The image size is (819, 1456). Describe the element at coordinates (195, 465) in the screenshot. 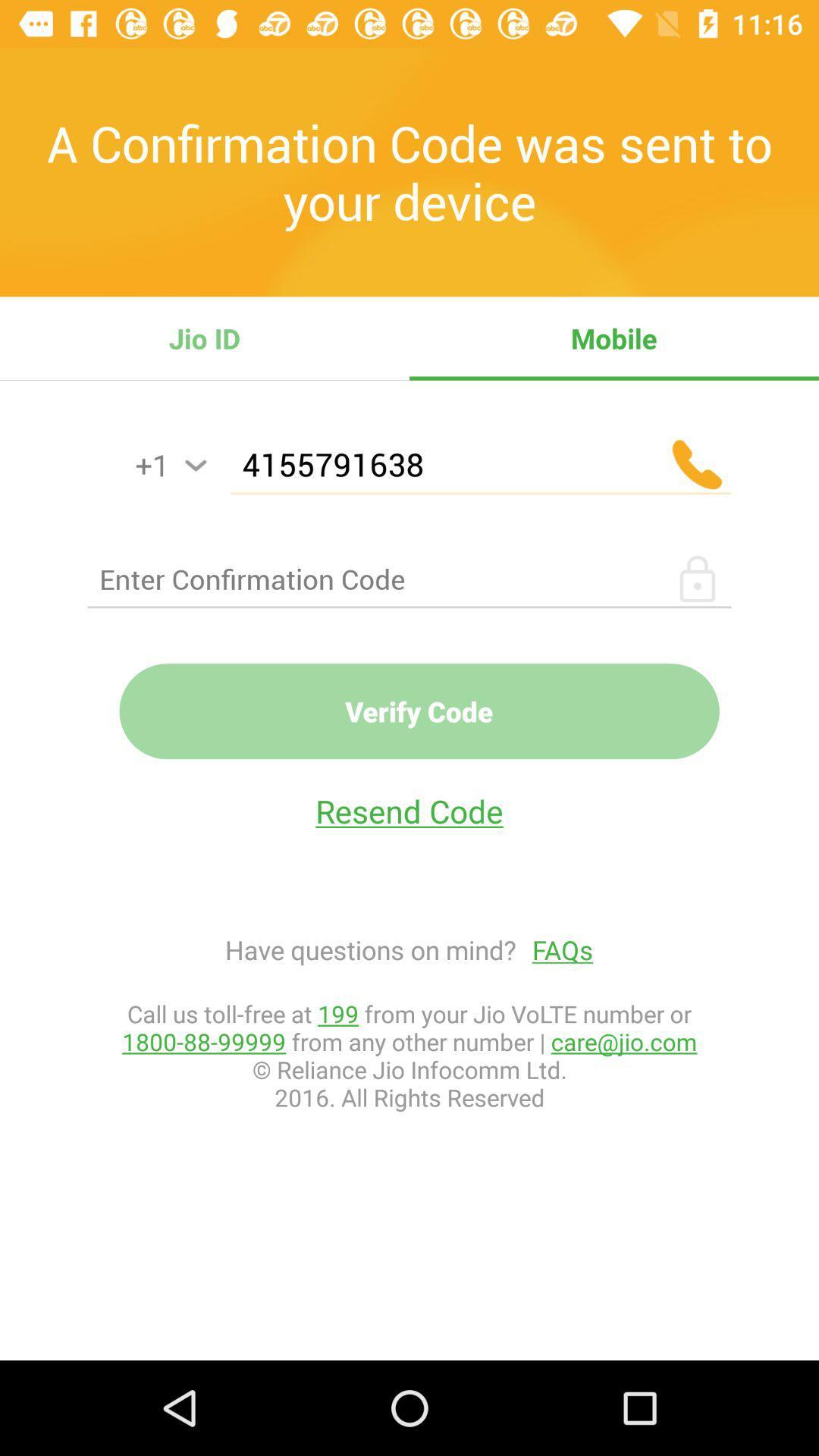

I see `the icon next to the 4155791638 icon` at that location.